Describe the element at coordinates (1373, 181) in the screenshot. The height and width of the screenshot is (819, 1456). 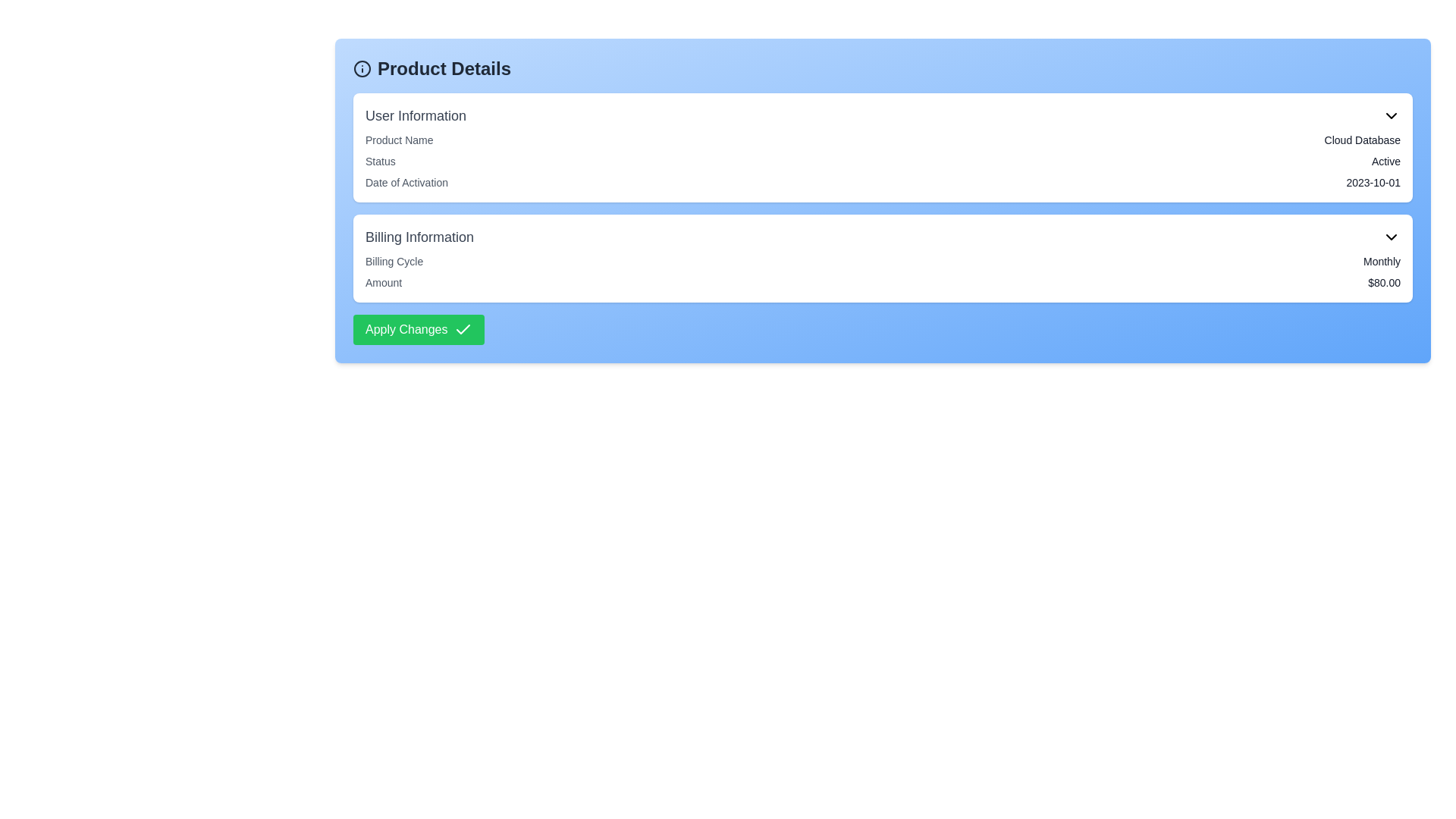
I see `static text display that shows the date '2023-10-01' in the bottom-right portion of the 'User Information' section of the 'Product Details' card` at that location.